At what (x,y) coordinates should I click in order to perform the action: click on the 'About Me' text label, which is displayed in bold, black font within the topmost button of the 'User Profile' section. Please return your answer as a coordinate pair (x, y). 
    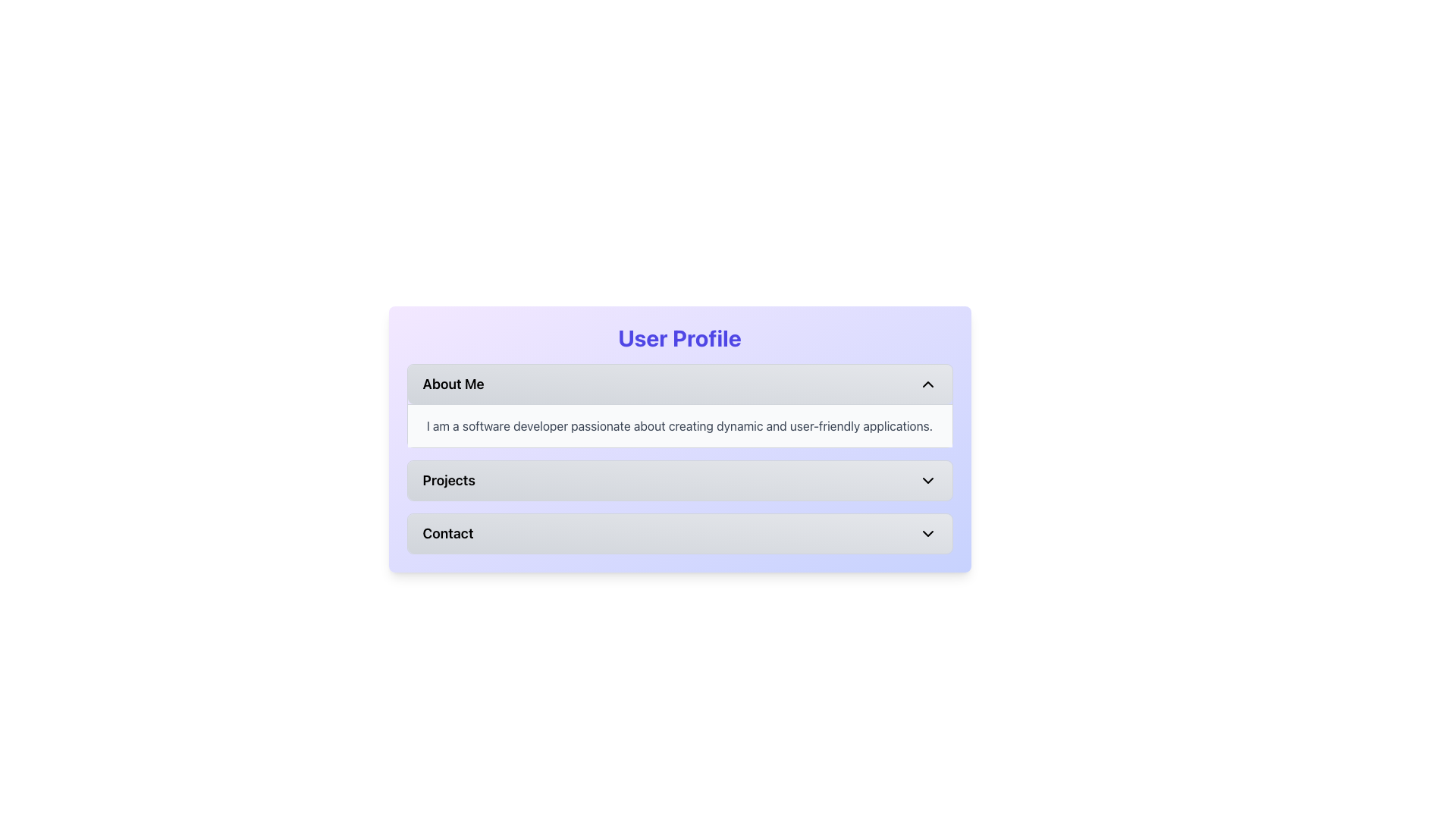
    Looking at the image, I should click on (453, 383).